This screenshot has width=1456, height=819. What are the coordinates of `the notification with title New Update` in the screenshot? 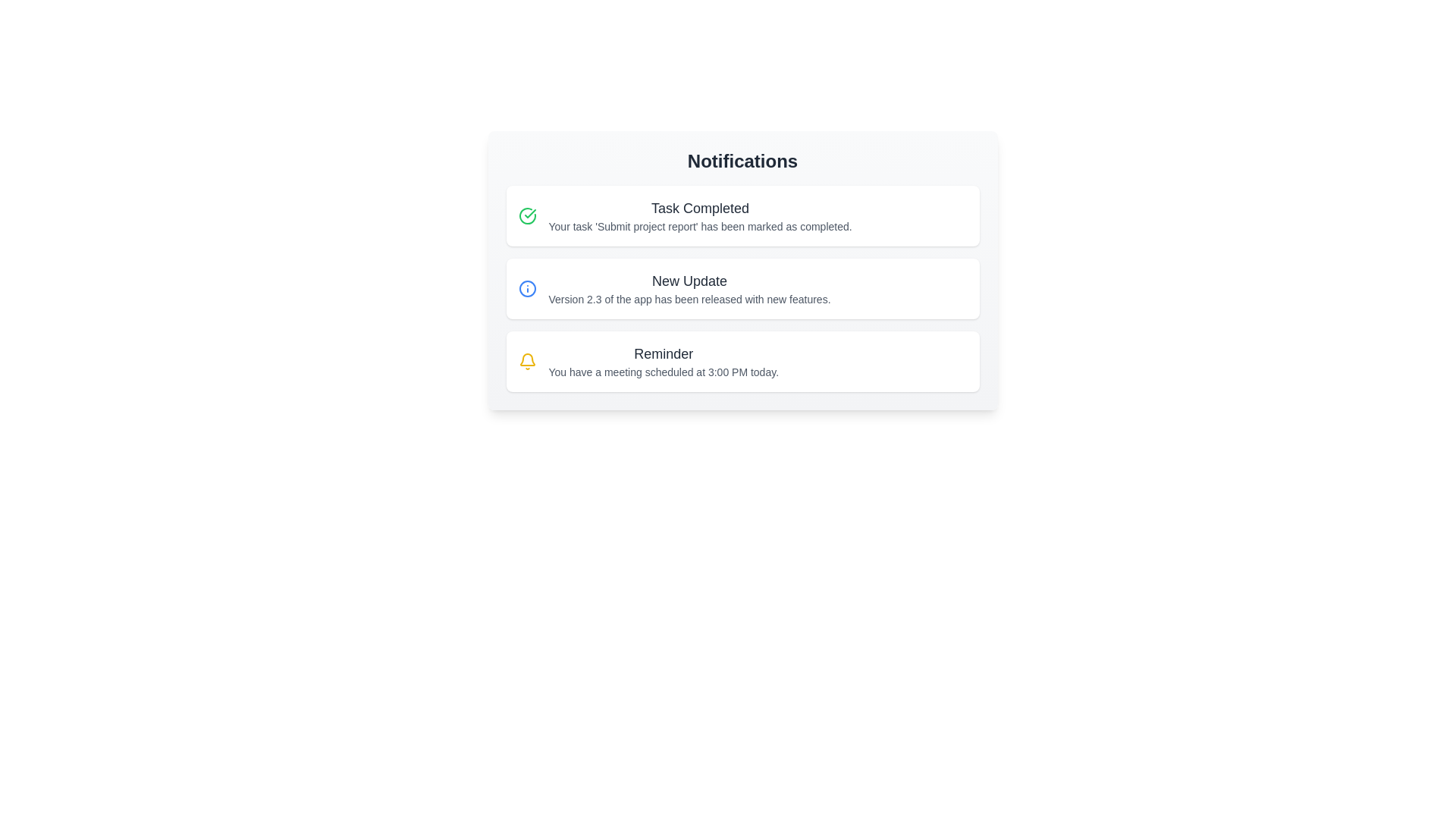 It's located at (742, 289).